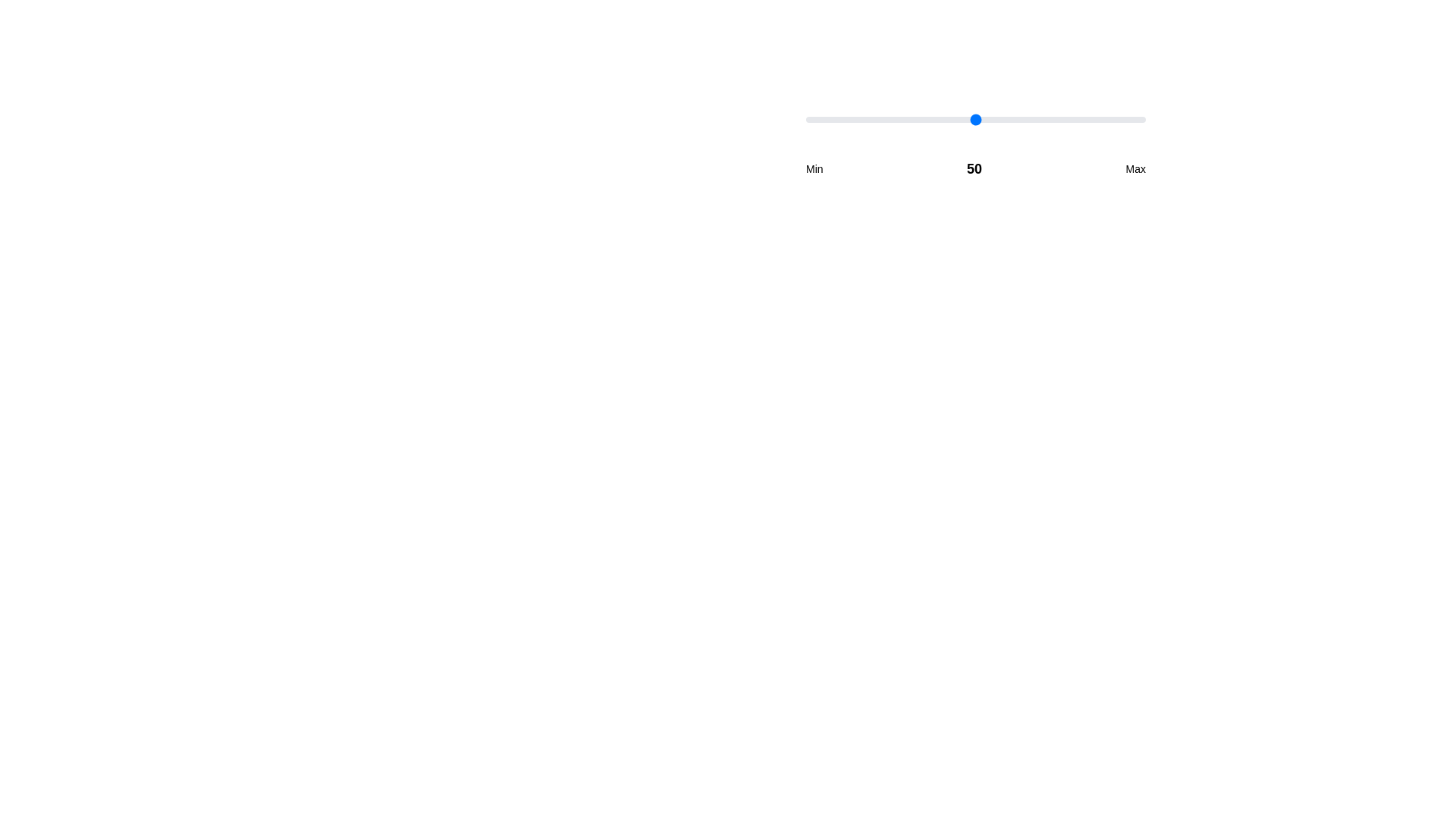 The image size is (1456, 819). Describe the element at coordinates (1135, 169) in the screenshot. I see `the third text label that indicates the maximum value associated with the slider component, positioned after the 'Min' and '50' labels` at that location.